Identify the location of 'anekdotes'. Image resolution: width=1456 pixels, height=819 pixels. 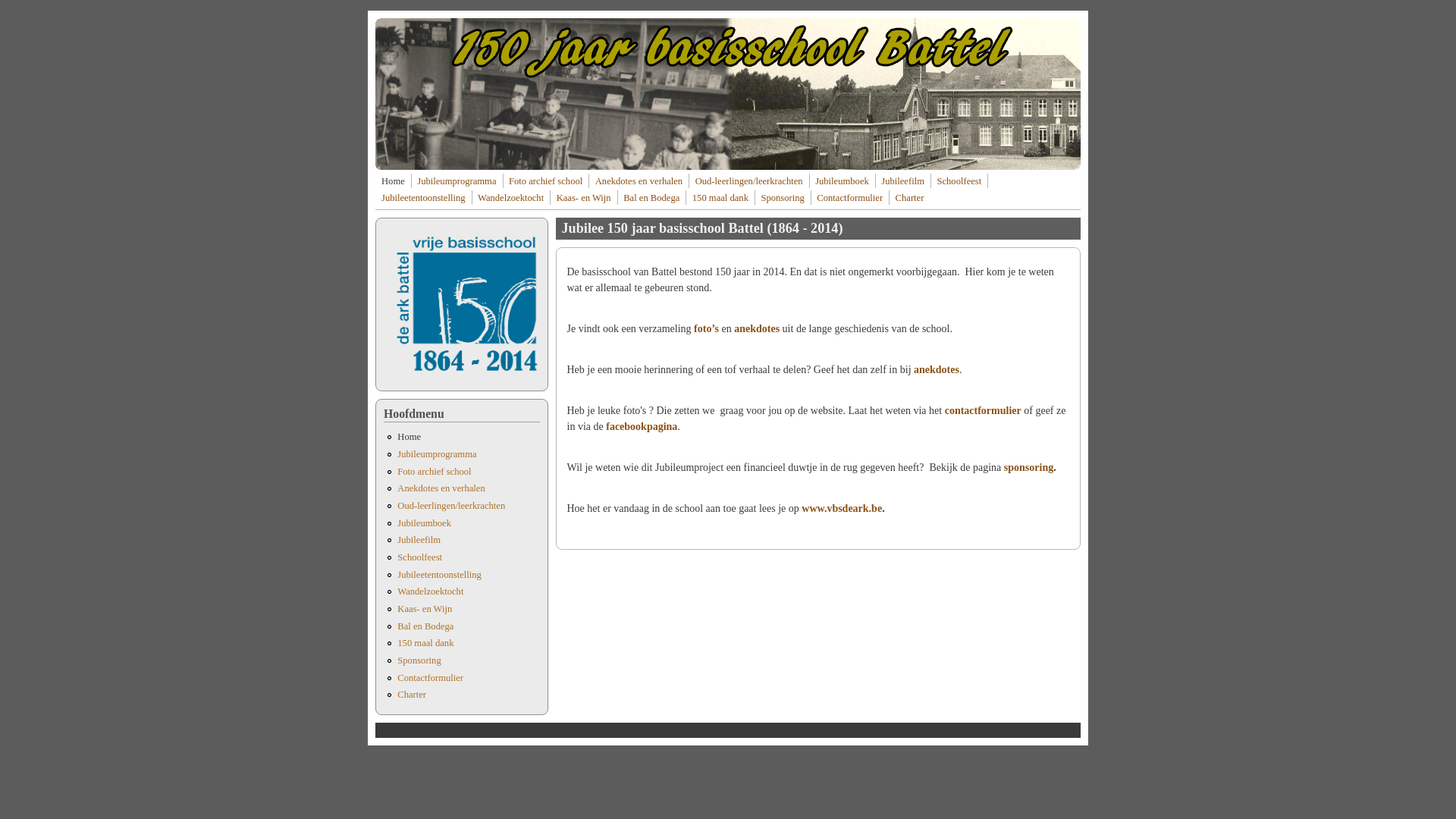
(935, 369).